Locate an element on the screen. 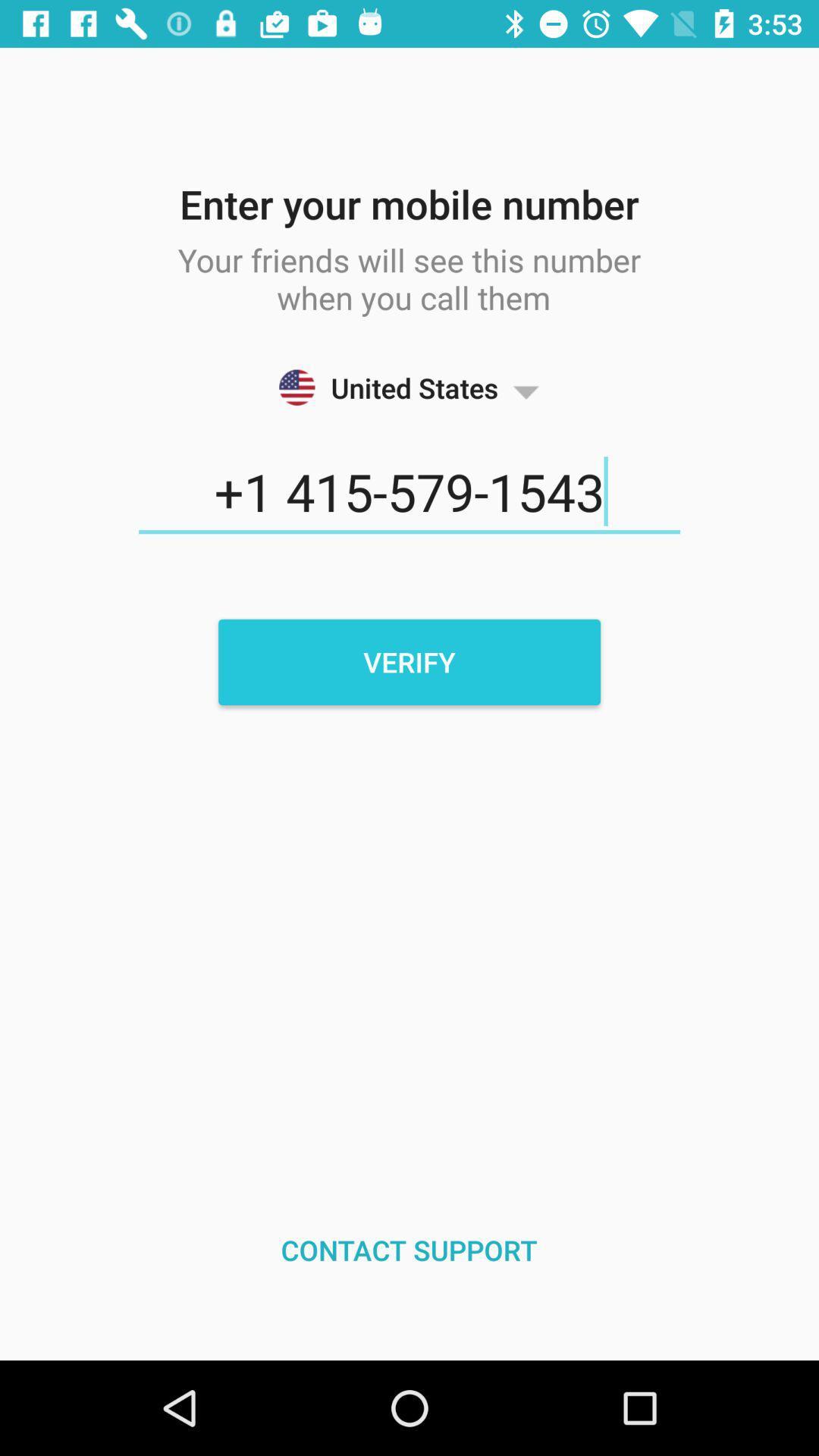 This screenshot has width=819, height=1456. verify is located at coordinates (409, 662).